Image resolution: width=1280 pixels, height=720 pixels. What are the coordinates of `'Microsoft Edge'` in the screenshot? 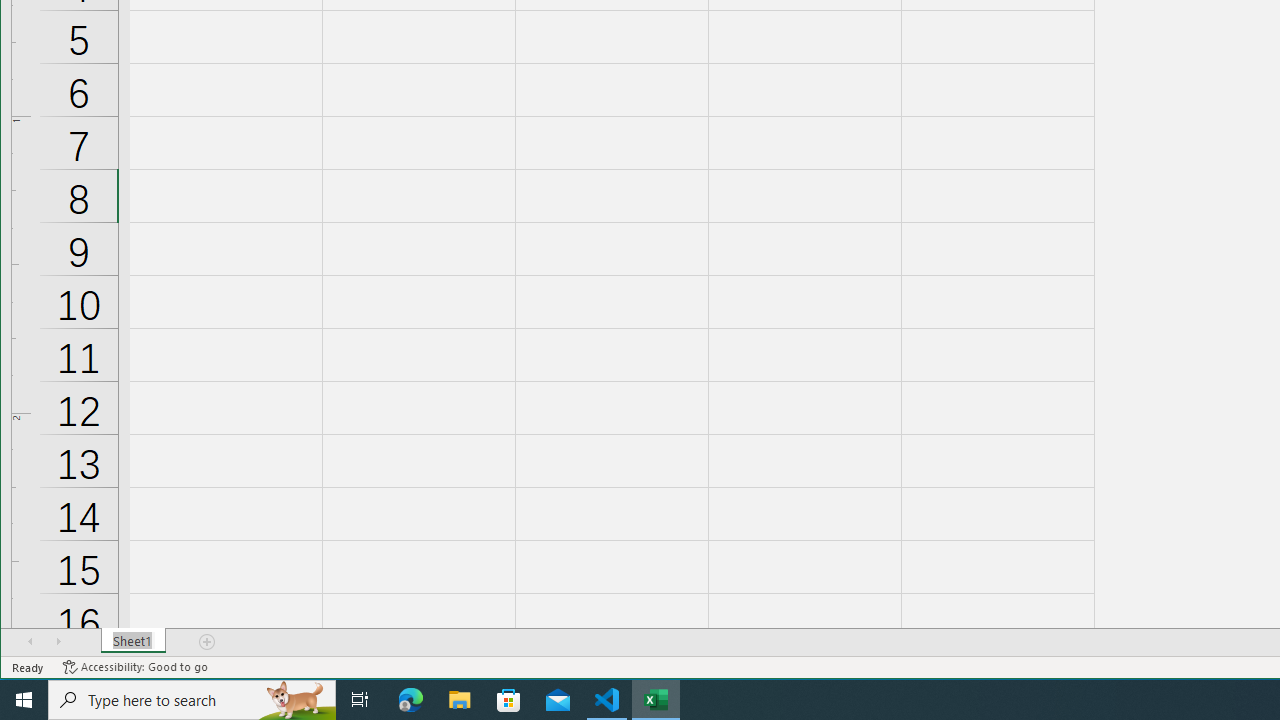 It's located at (410, 698).